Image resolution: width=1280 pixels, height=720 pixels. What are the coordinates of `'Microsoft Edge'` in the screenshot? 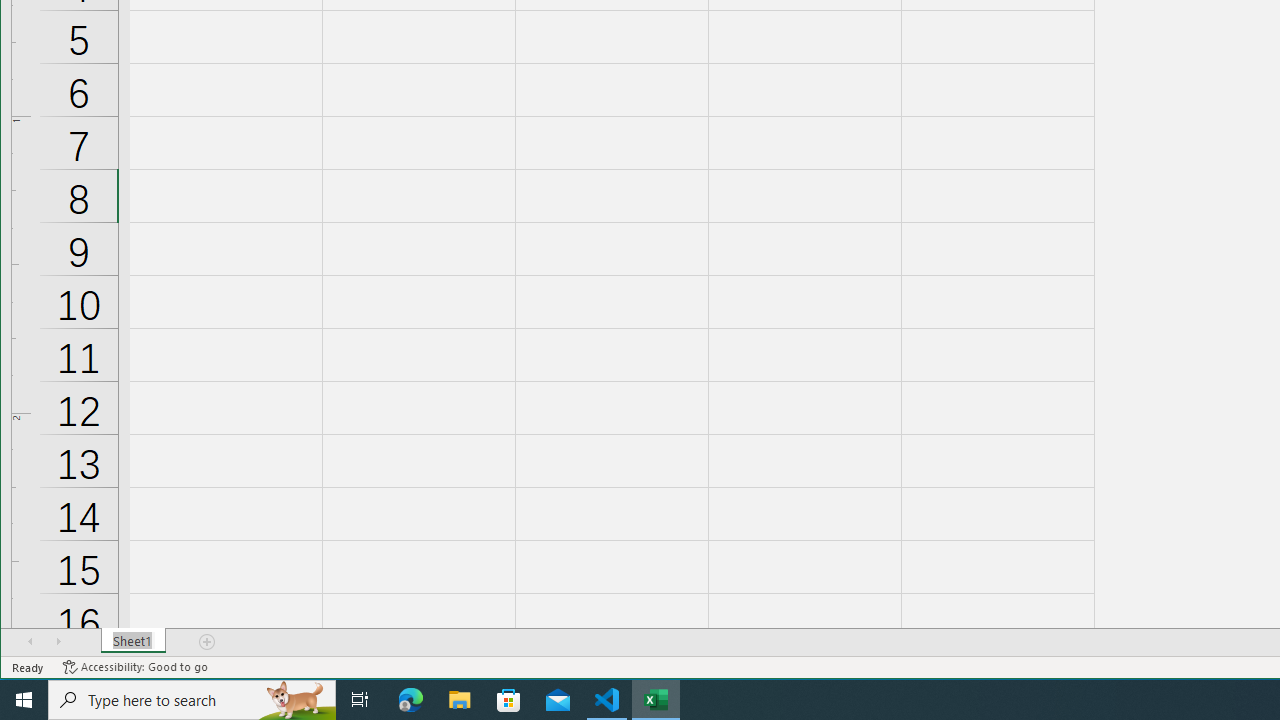 It's located at (410, 698).